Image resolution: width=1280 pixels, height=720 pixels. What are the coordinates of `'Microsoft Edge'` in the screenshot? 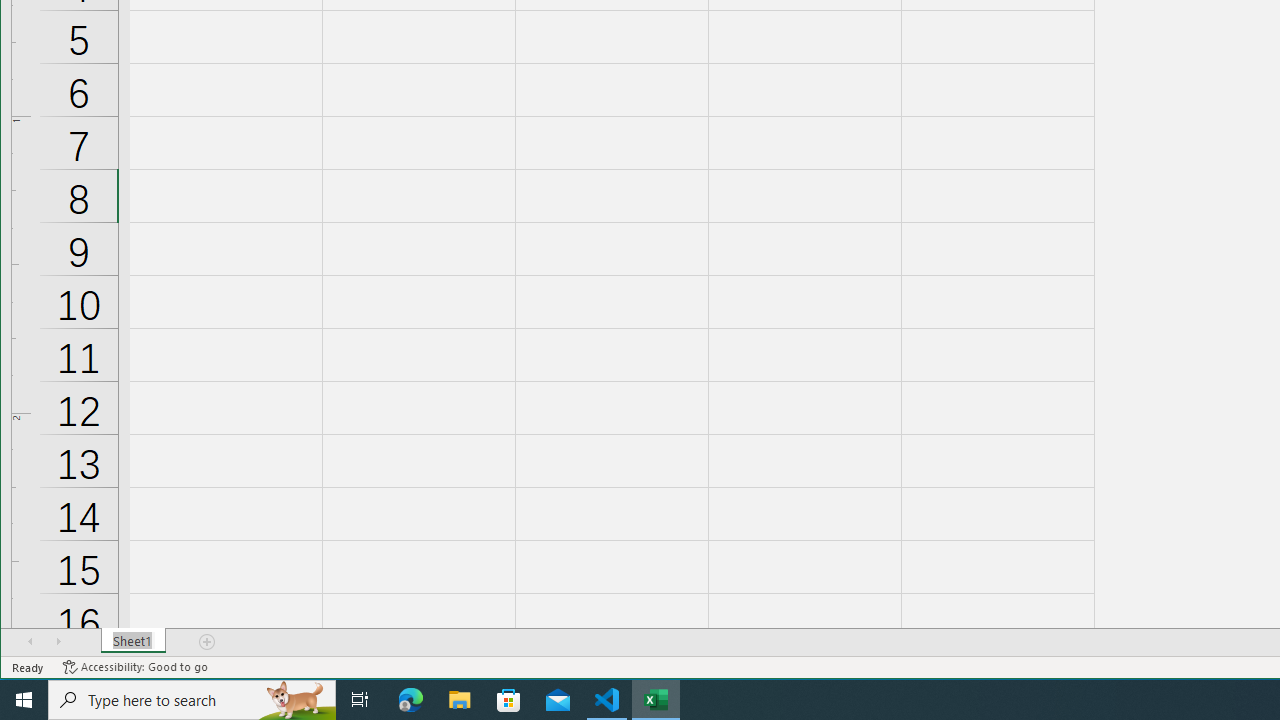 It's located at (410, 698).